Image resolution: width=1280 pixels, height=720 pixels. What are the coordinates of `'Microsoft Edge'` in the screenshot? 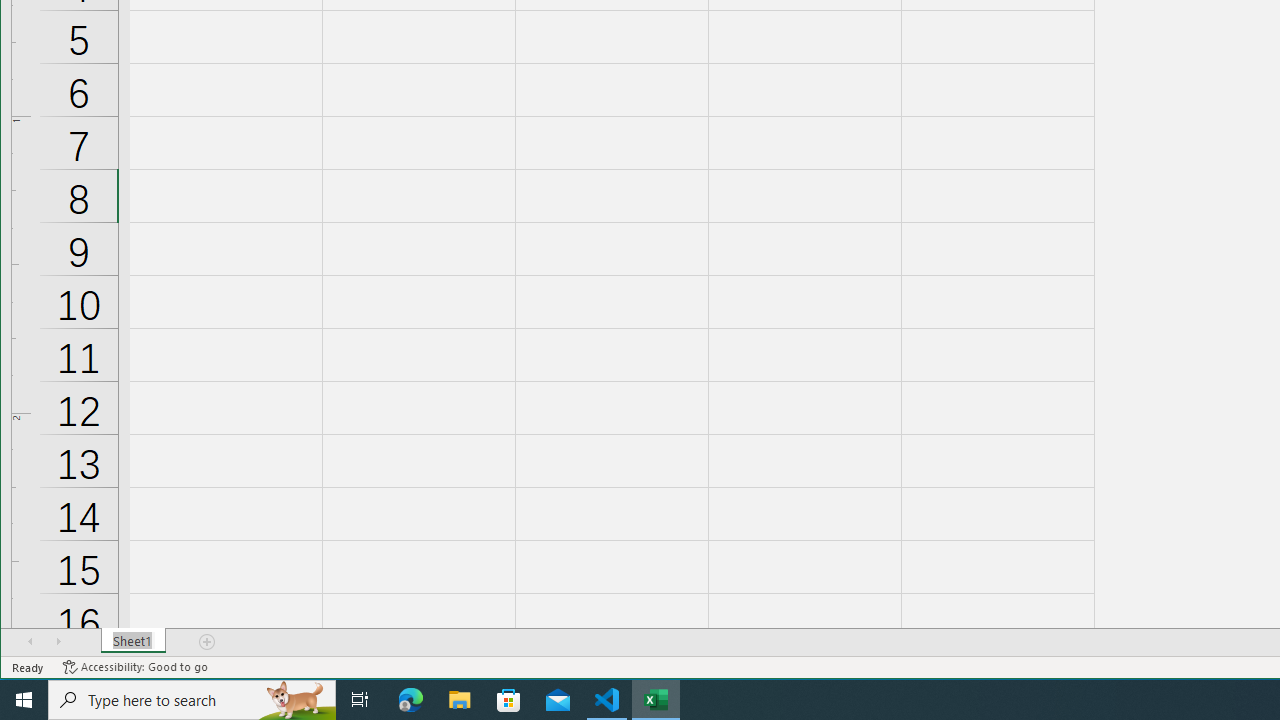 It's located at (410, 698).